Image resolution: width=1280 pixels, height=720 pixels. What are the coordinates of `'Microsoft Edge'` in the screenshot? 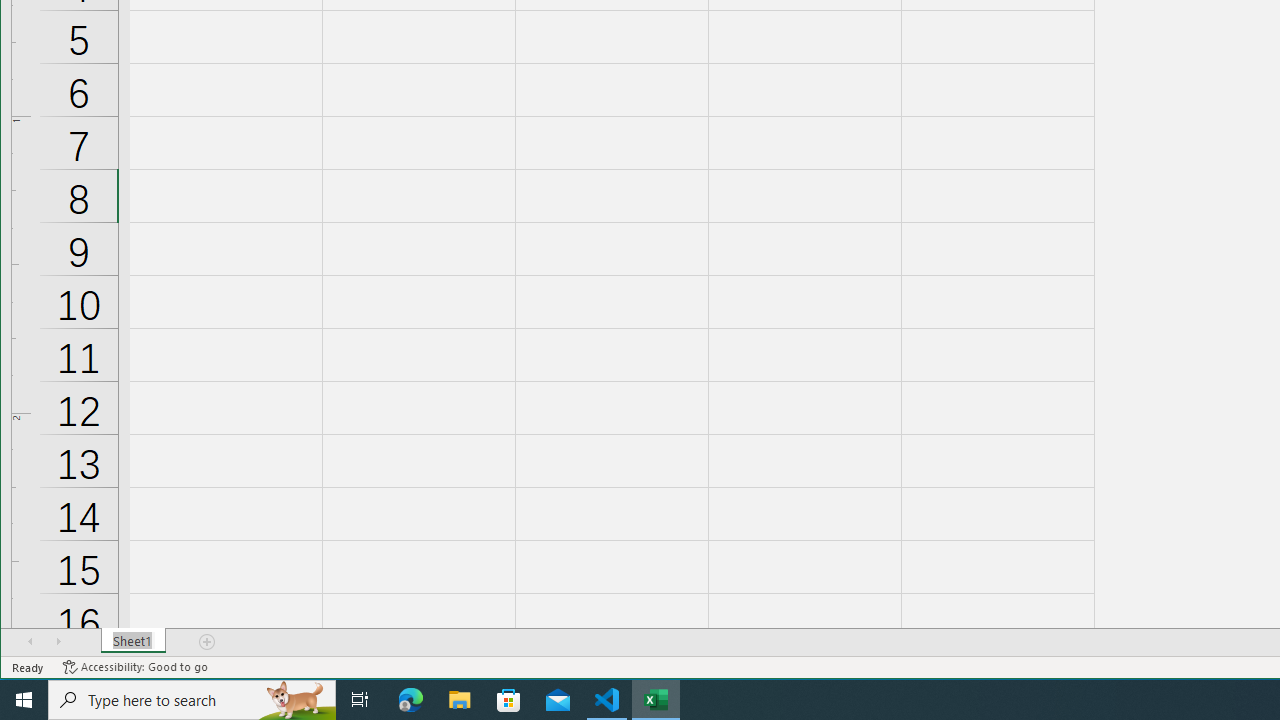 It's located at (410, 698).